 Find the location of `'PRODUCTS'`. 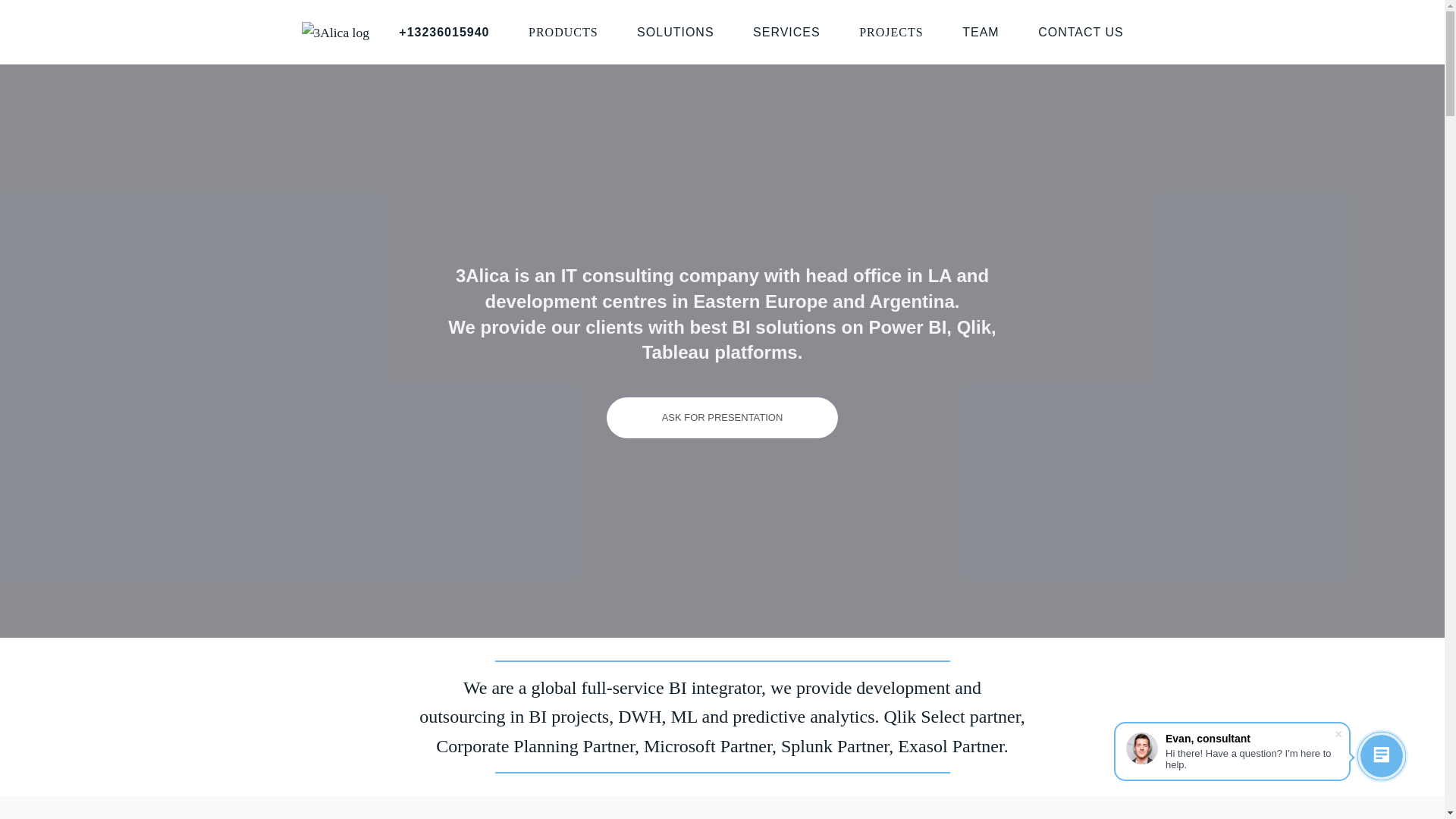

'PRODUCTS' is located at coordinates (563, 32).